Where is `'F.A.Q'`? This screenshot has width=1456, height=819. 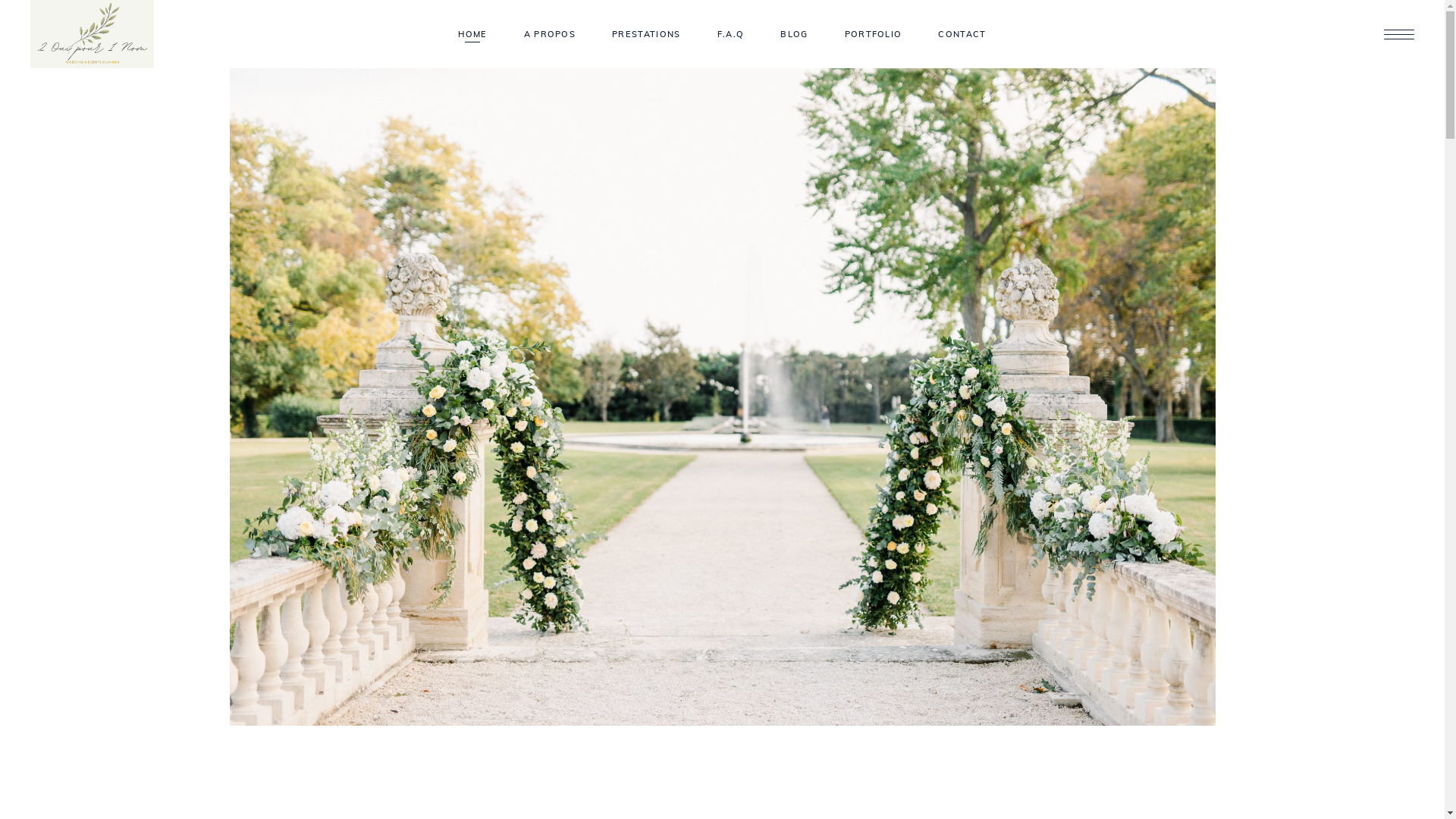 'F.A.Q' is located at coordinates (731, 34).